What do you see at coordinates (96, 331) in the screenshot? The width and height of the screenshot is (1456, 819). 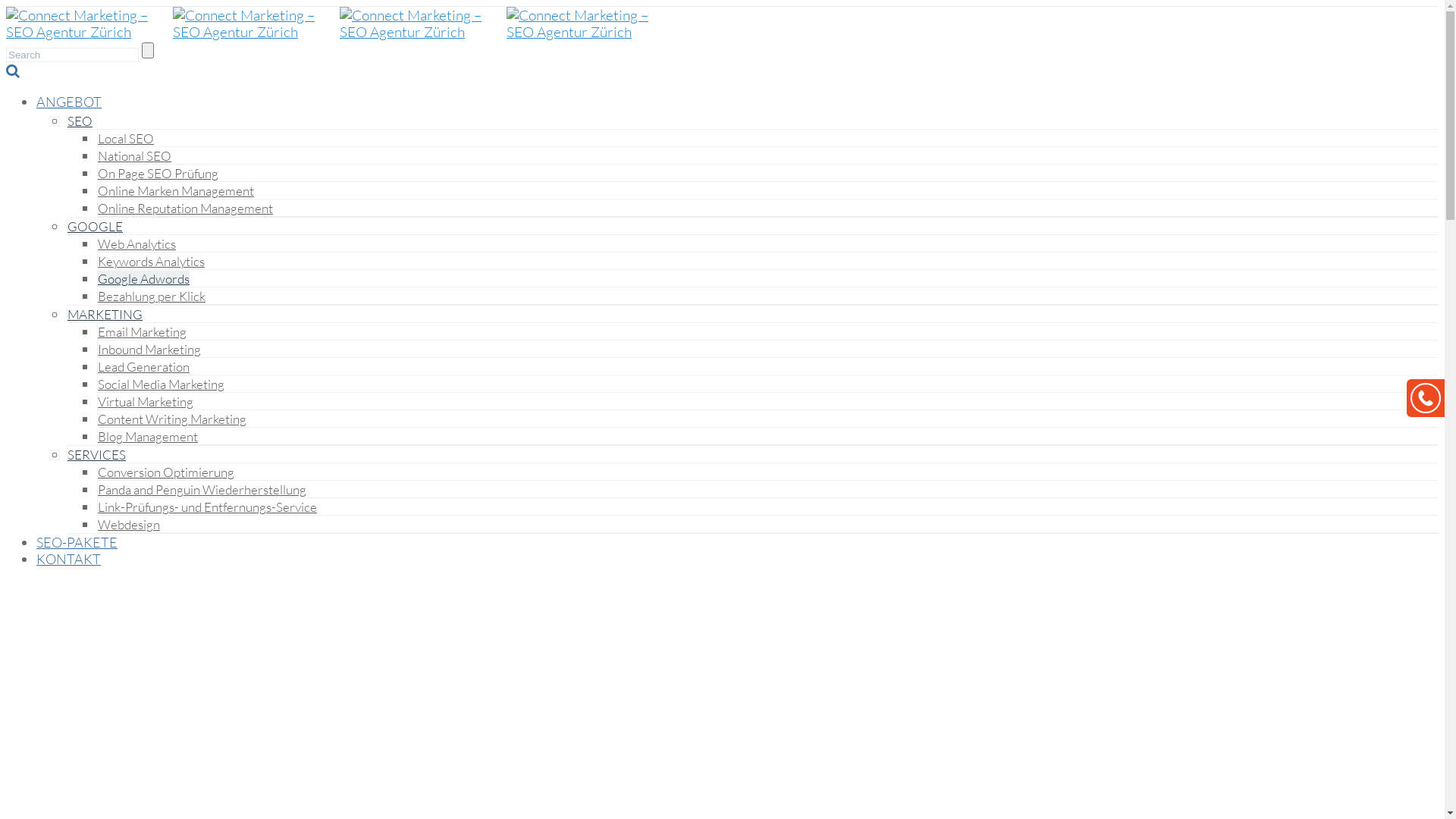 I see `'Email Marketing'` at bounding box center [96, 331].